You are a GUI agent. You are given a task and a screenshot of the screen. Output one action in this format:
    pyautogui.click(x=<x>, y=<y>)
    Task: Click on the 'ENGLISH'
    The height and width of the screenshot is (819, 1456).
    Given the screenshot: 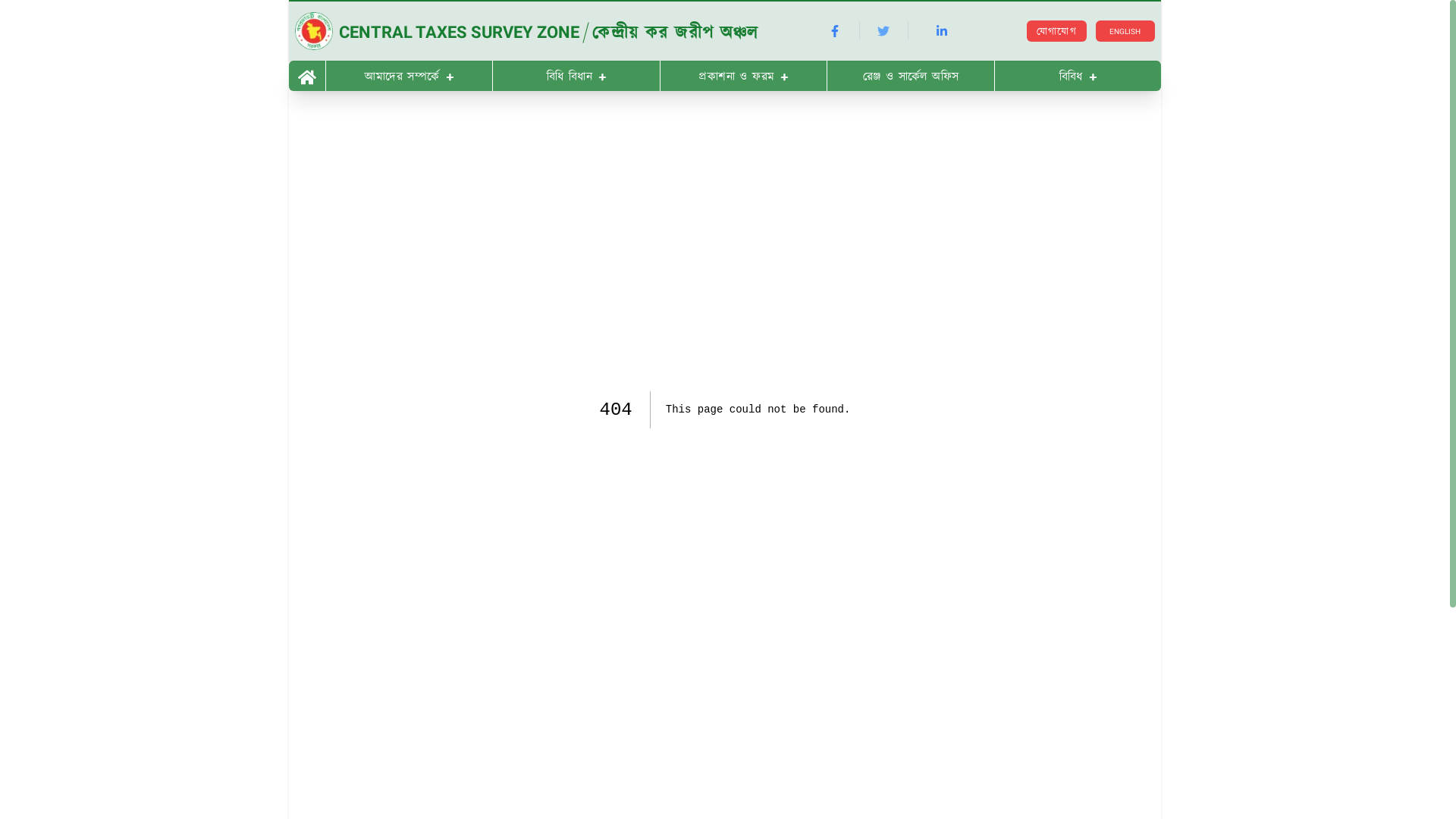 What is the action you would take?
    pyautogui.click(x=1125, y=31)
    